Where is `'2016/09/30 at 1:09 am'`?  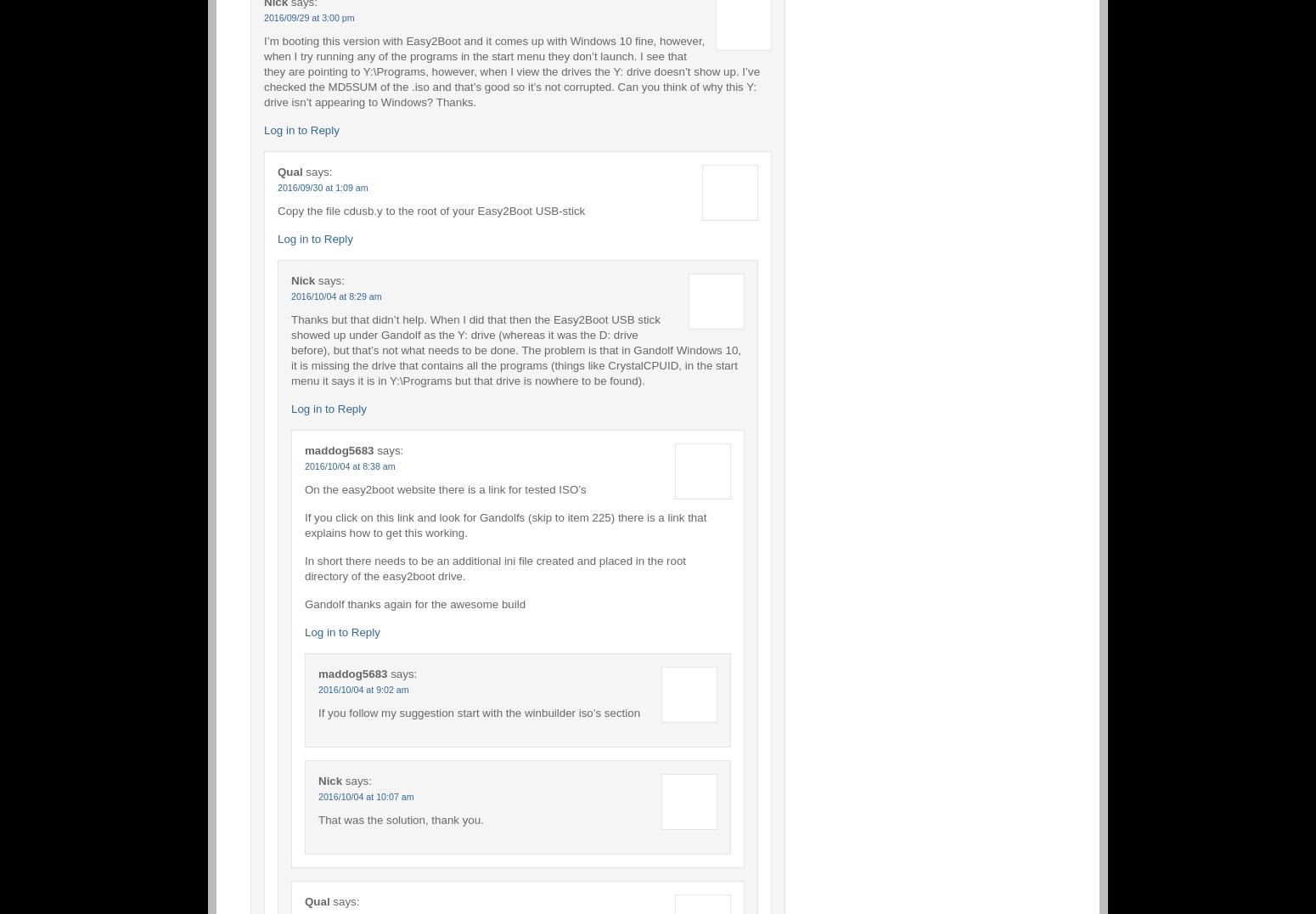
'2016/09/30 at 1:09 am' is located at coordinates (322, 186).